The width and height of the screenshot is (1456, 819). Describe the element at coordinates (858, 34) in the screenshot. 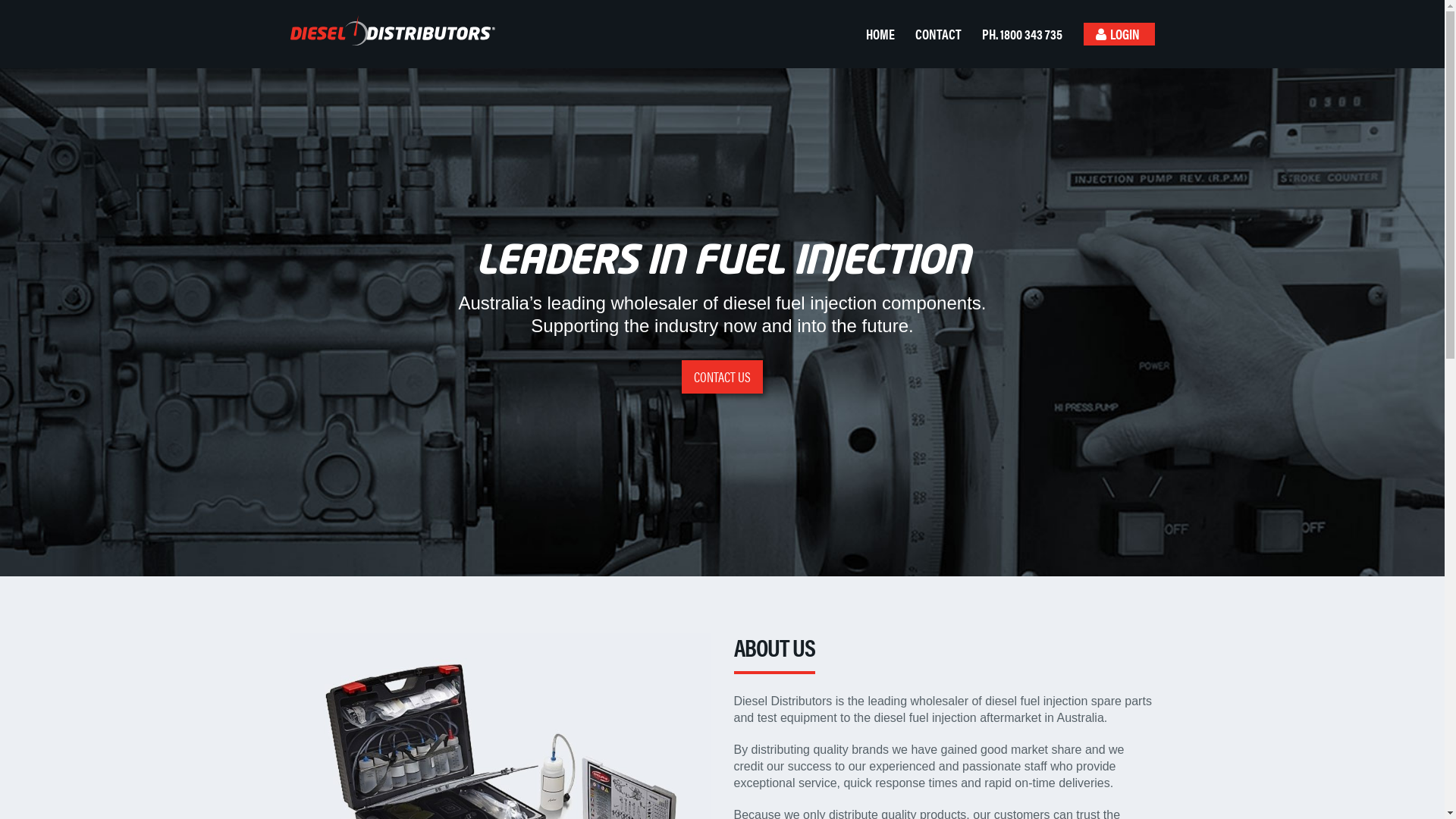

I see `'HOME'` at that location.